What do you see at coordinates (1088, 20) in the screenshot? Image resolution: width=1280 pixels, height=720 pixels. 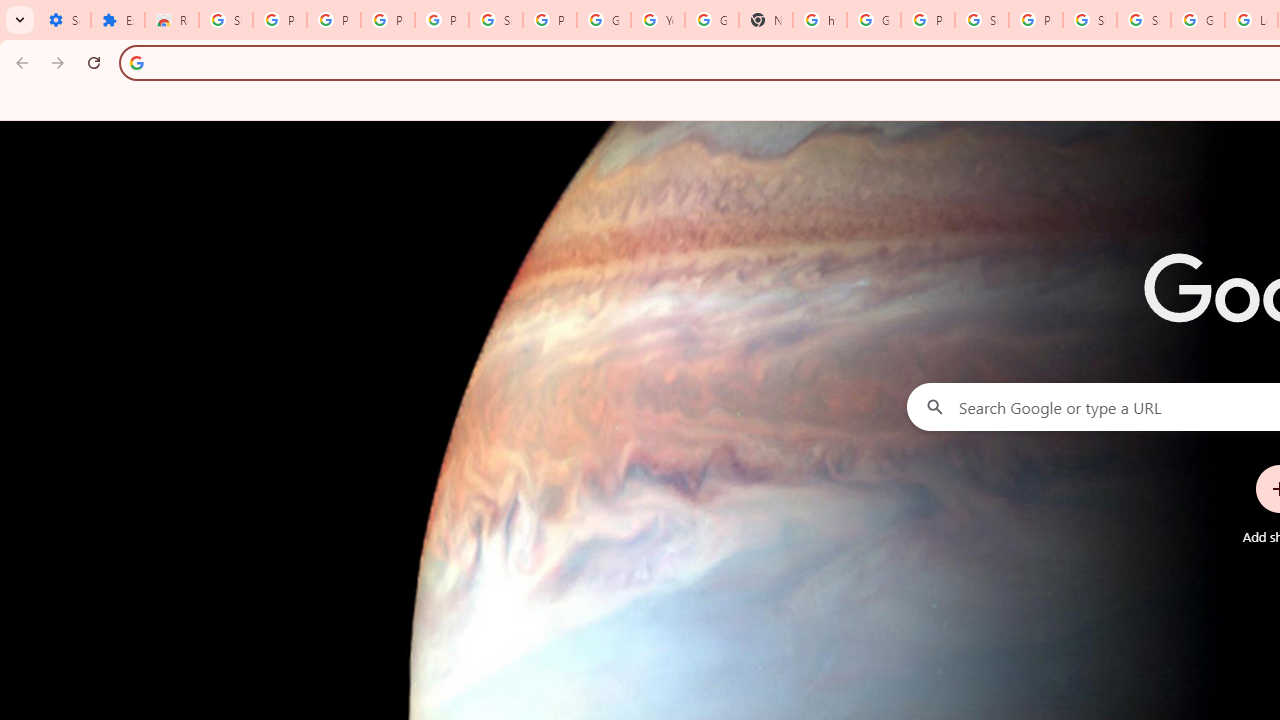 I see `'Sign in - Google Accounts'` at bounding box center [1088, 20].